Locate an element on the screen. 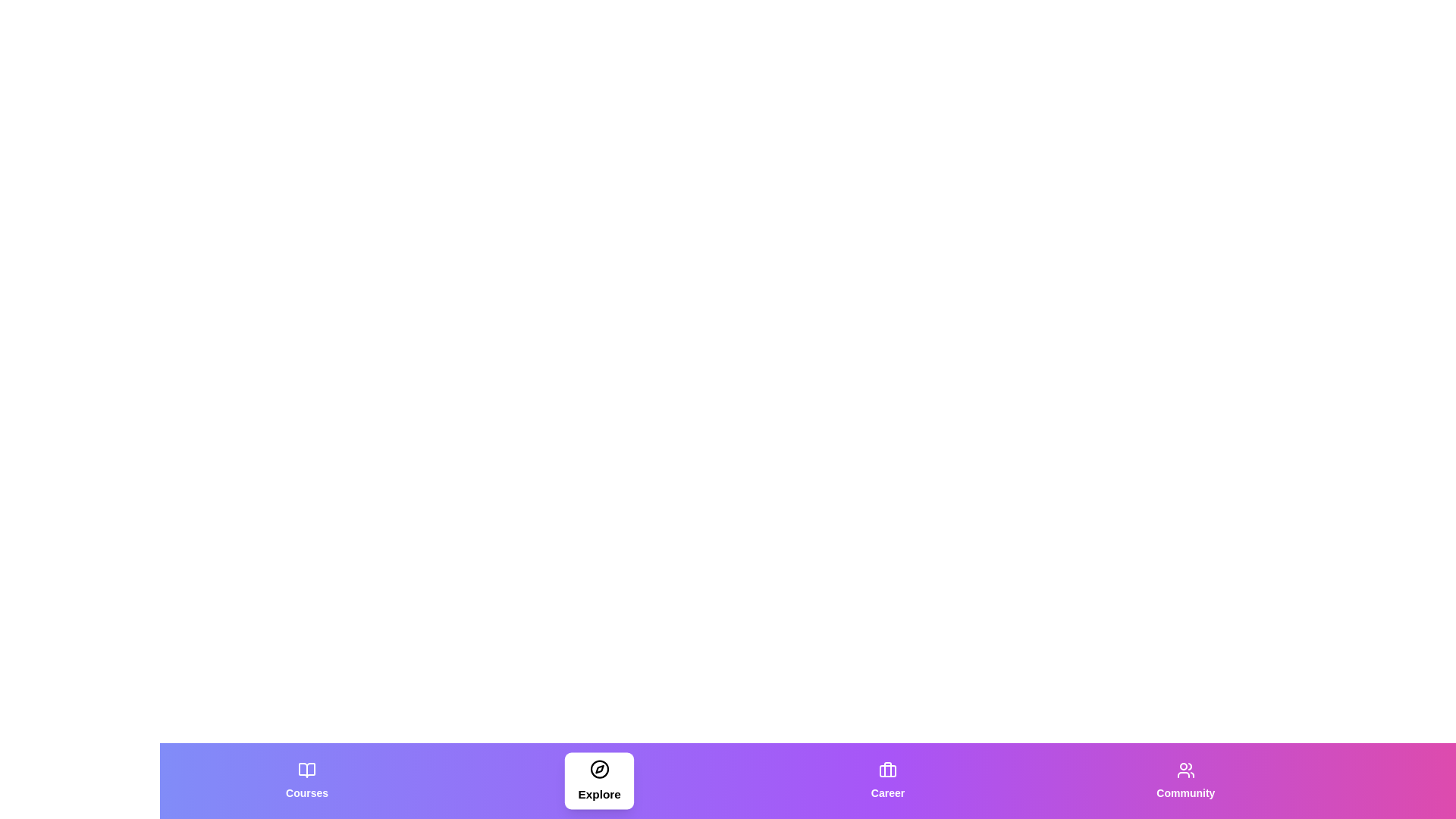 The width and height of the screenshot is (1456, 819). the tab labeled Career to observe its hover effect is located at coordinates (888, 780).